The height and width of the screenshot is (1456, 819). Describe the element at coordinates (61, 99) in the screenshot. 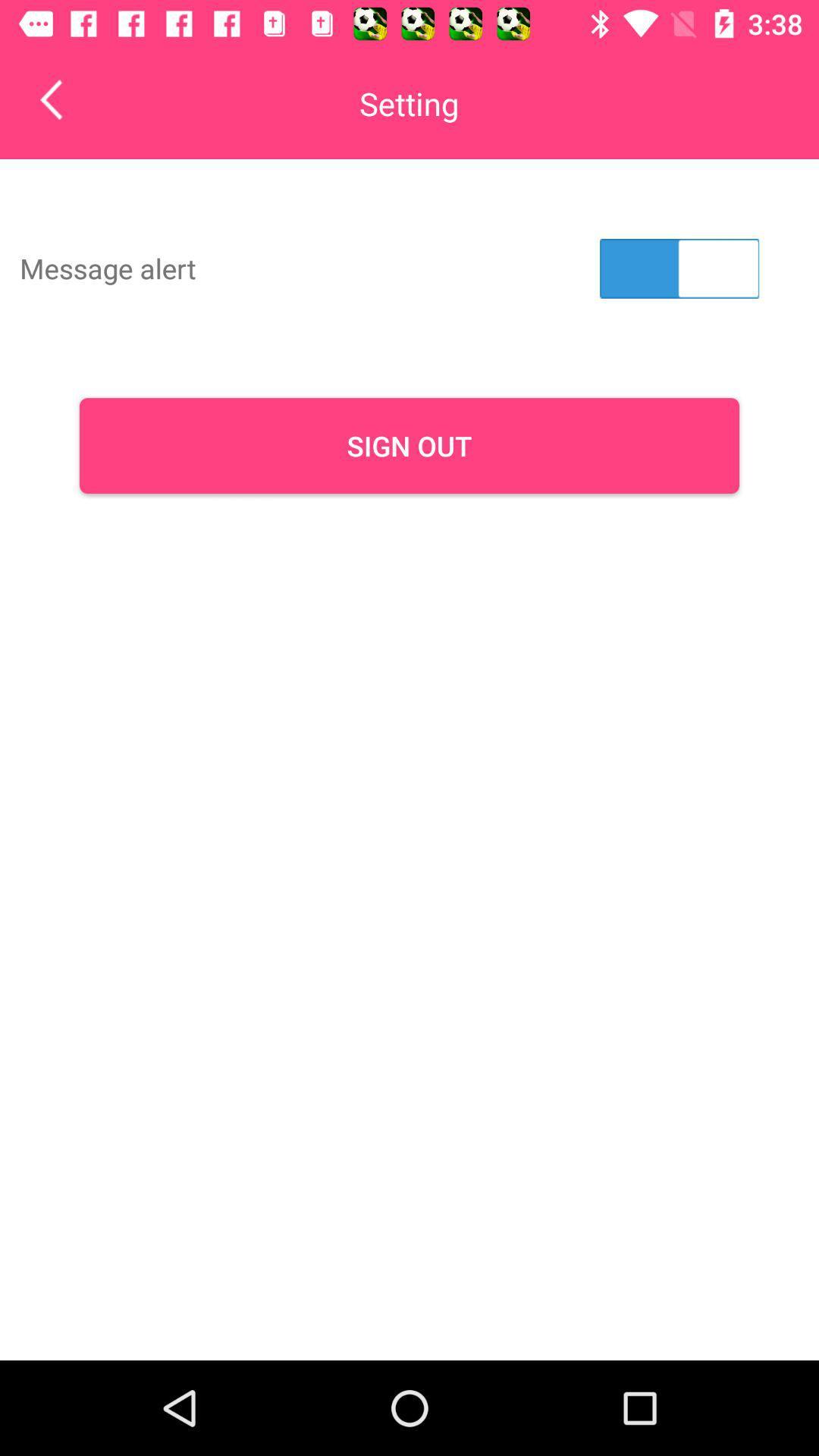

I see `the arrow_backward icon` at that location.